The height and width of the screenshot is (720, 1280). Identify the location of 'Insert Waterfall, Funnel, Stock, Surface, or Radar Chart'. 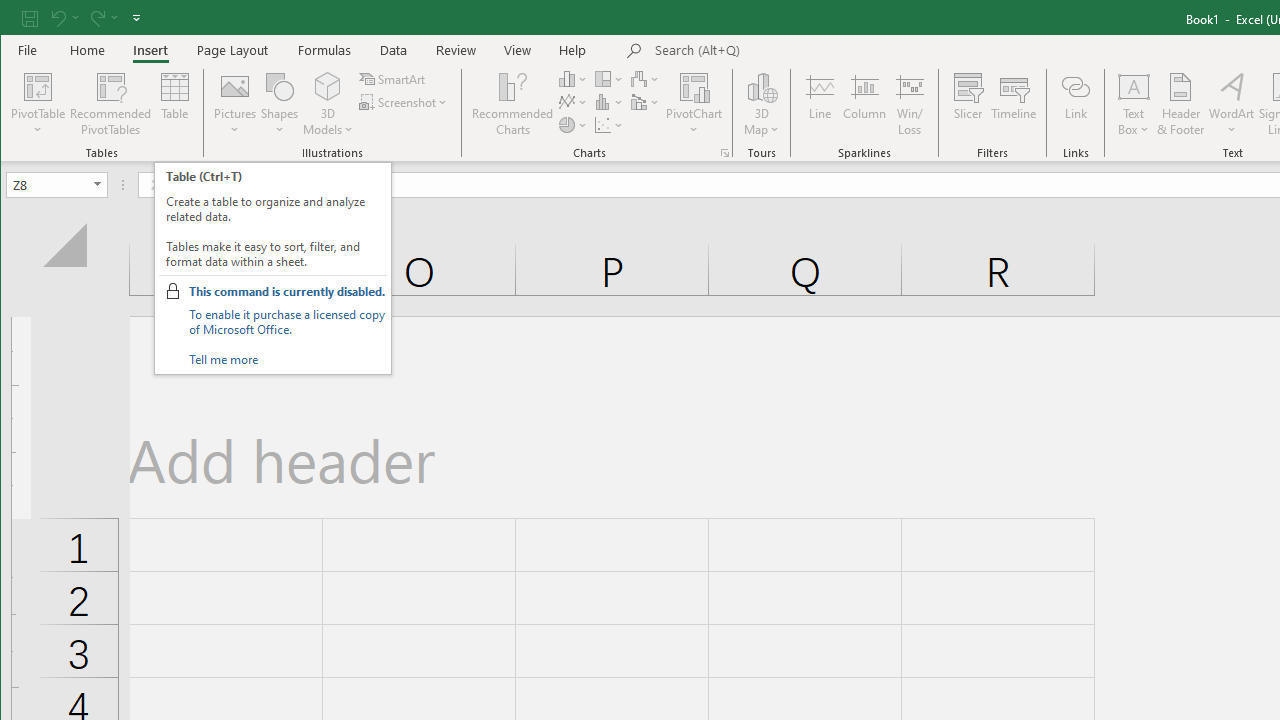
(646, 78).